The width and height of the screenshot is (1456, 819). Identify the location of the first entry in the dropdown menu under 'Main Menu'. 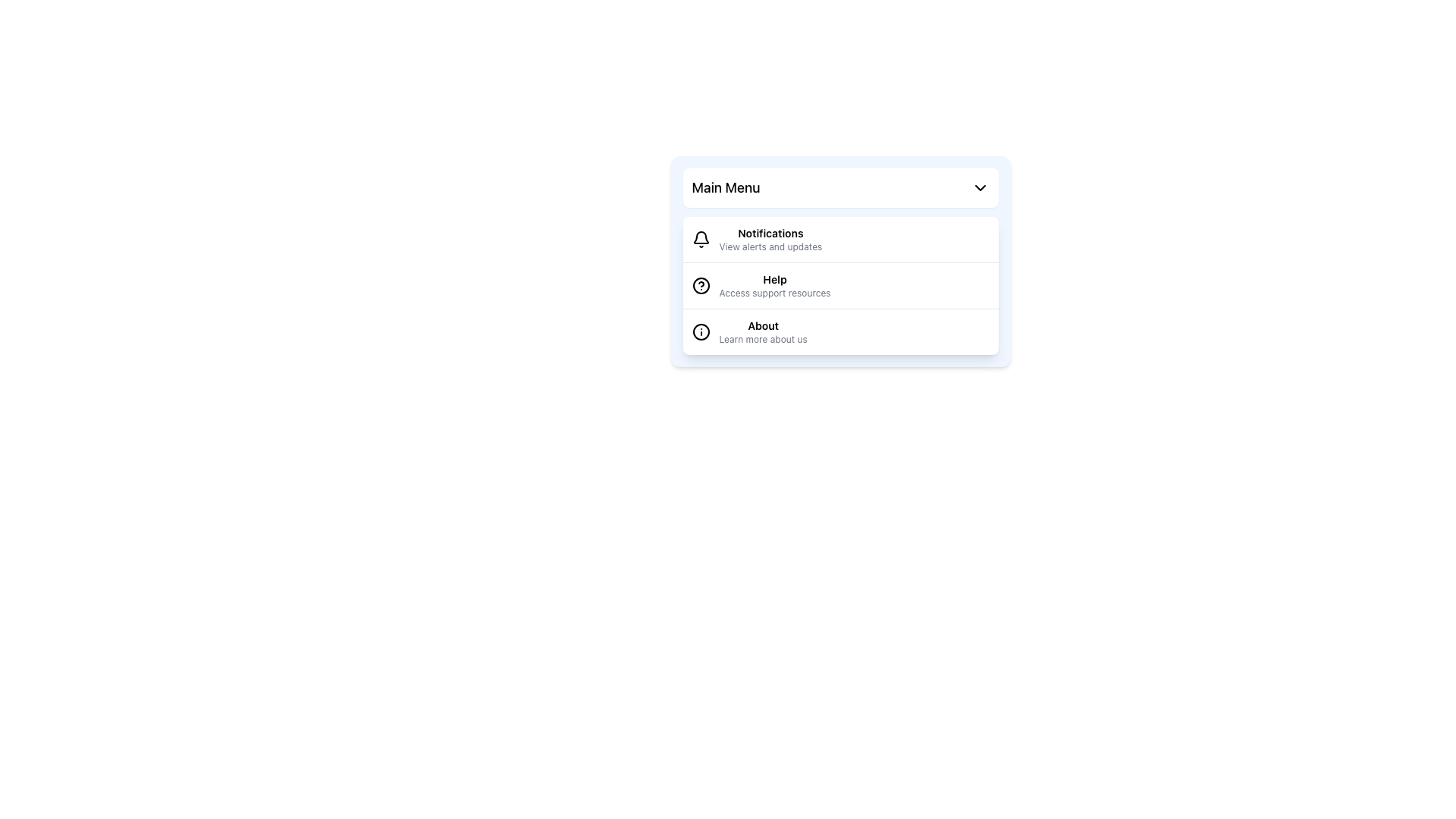
(839, 239).